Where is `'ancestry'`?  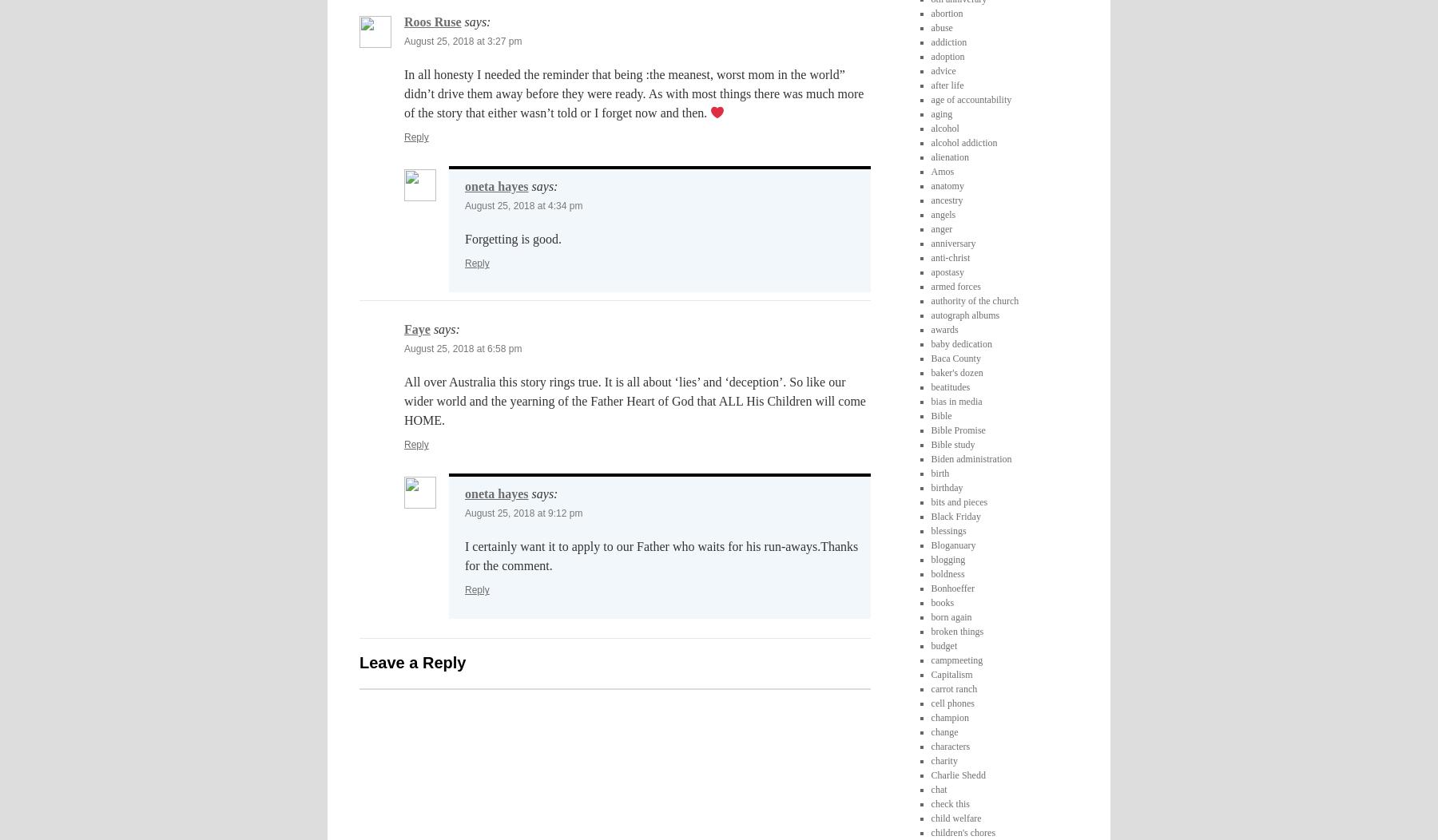 'ancestry' is located at coordinates (945, 198).